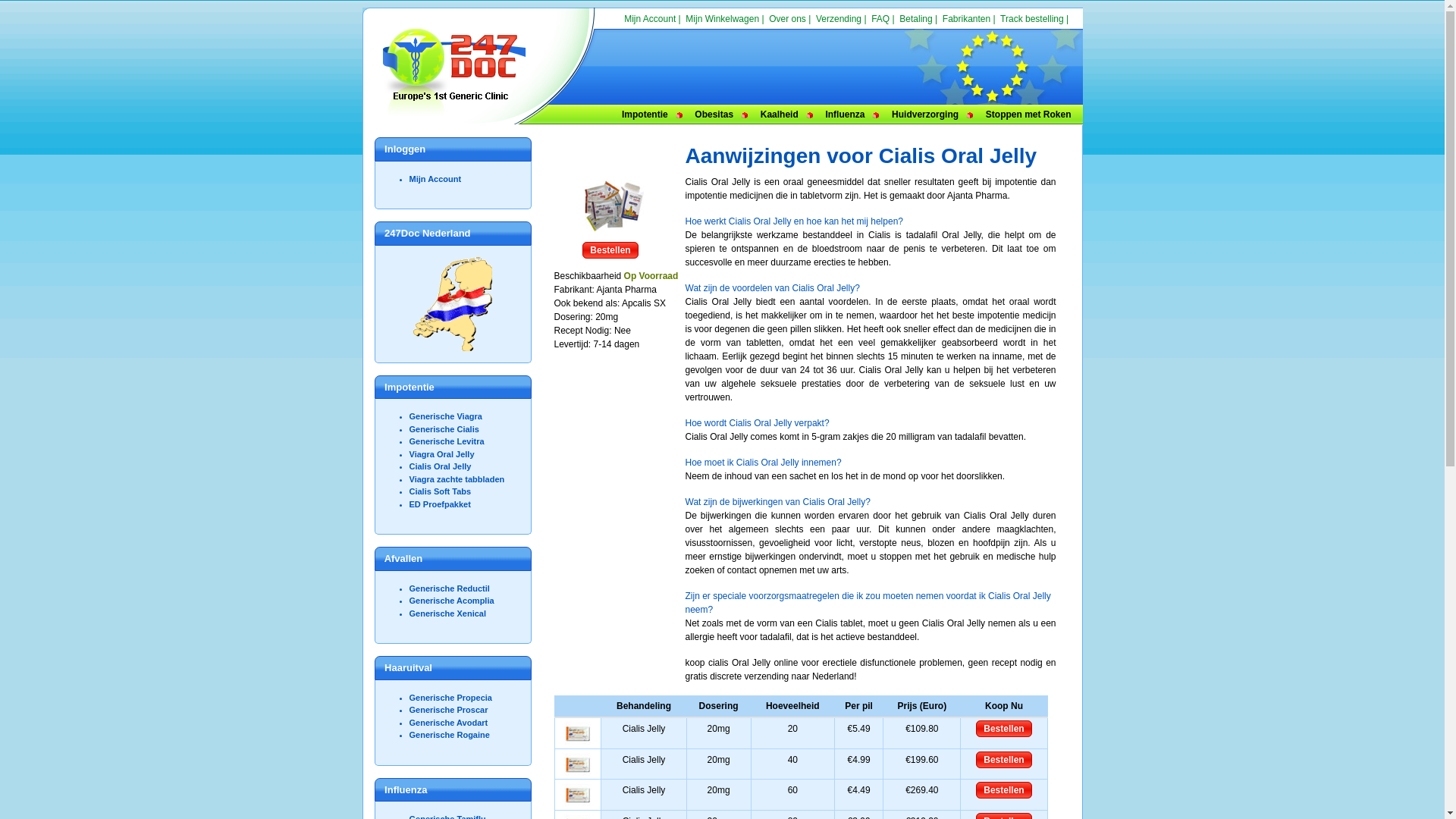 This screenshot has width=1456, height=819. I want to click on 'Viagra zachte tabbladen', so click(457, 479).